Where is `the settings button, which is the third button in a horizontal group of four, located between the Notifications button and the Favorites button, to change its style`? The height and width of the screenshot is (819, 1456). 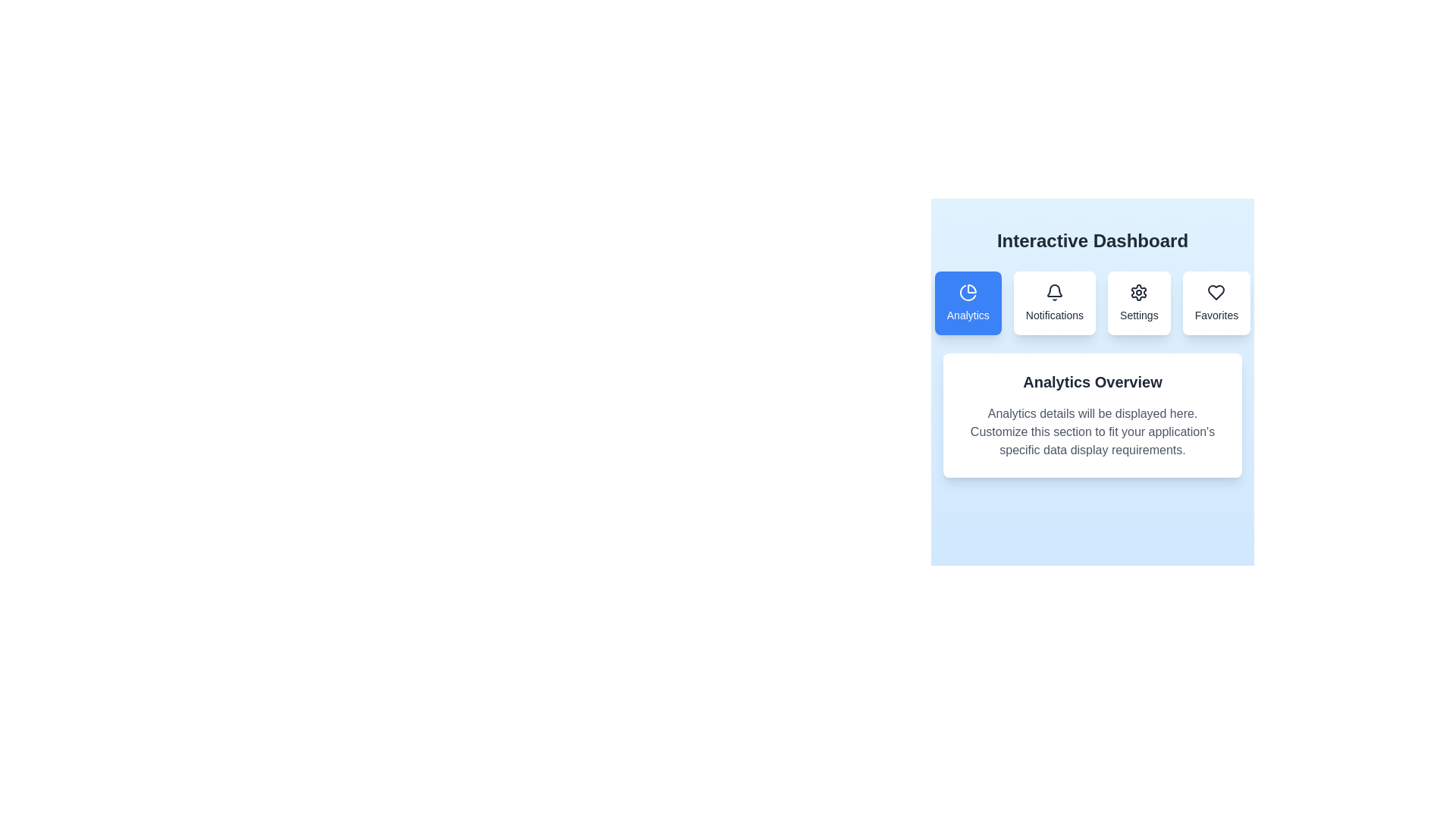
the settings button, which is the third button in a horizontal group of four, located between the Notifications button and the Favorites button, to change its style is located at coordinates (1139, 303).